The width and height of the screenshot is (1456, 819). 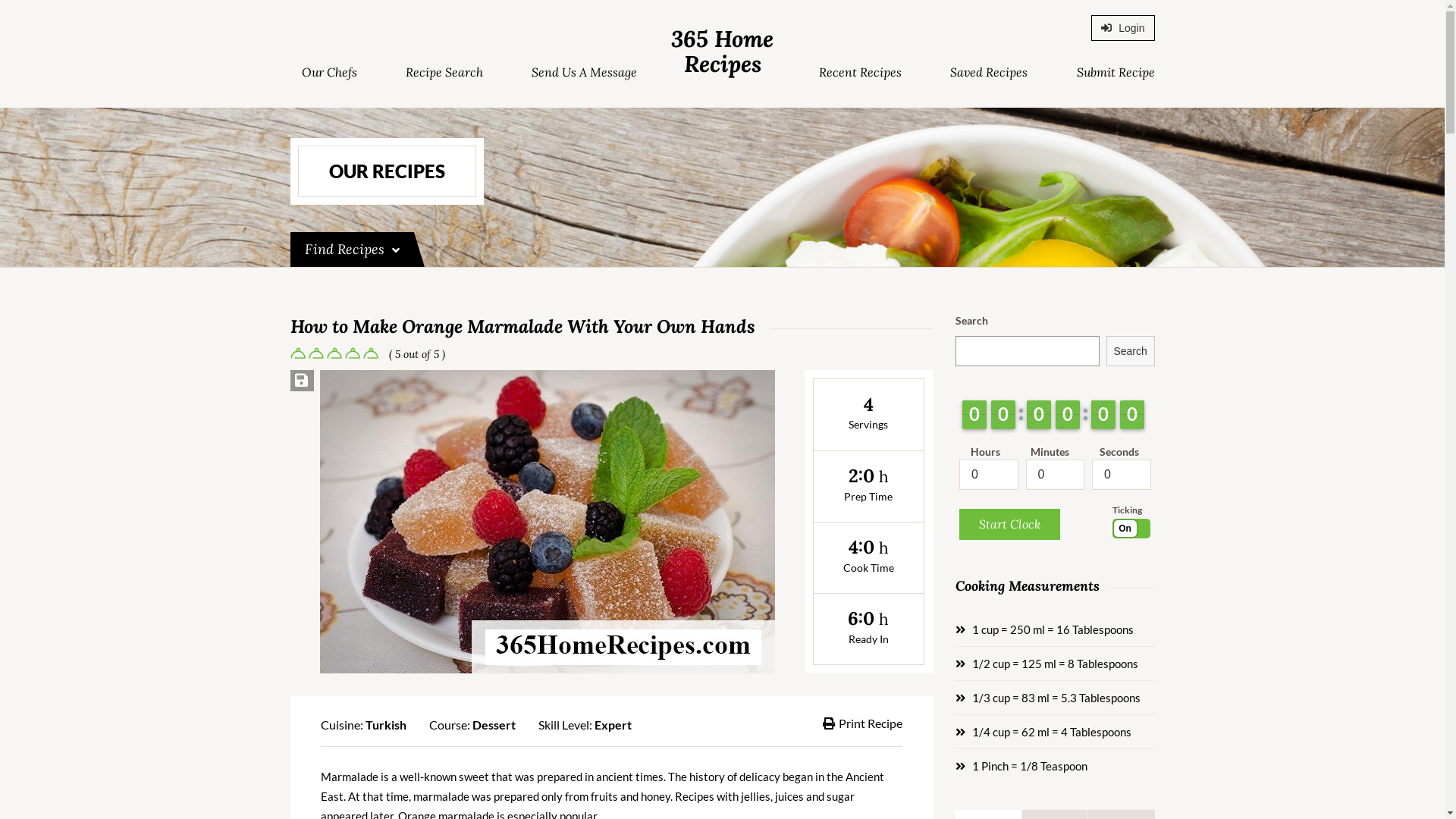 What do you see at coordinates (385, 723) in the screenshot?
I see `'Turkish'` at bounding box center [385, 723].